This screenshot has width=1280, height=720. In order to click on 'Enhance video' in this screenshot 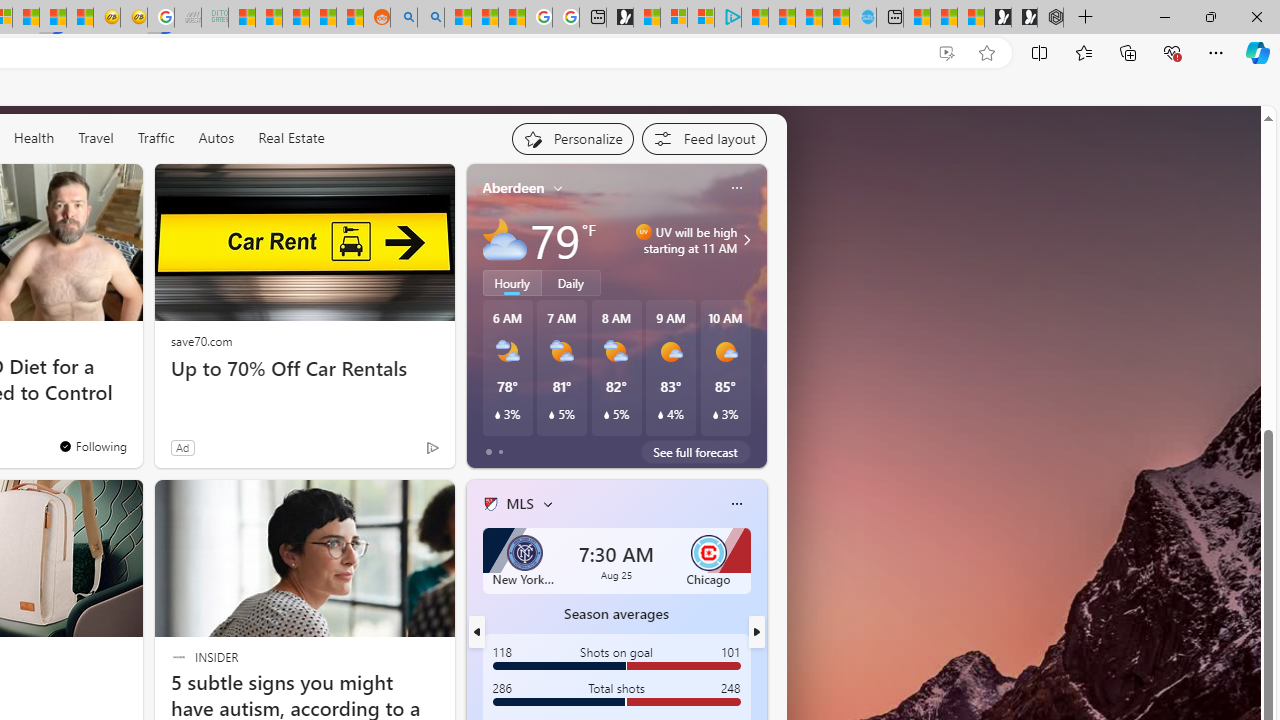, I will do `click(945, 52)`.